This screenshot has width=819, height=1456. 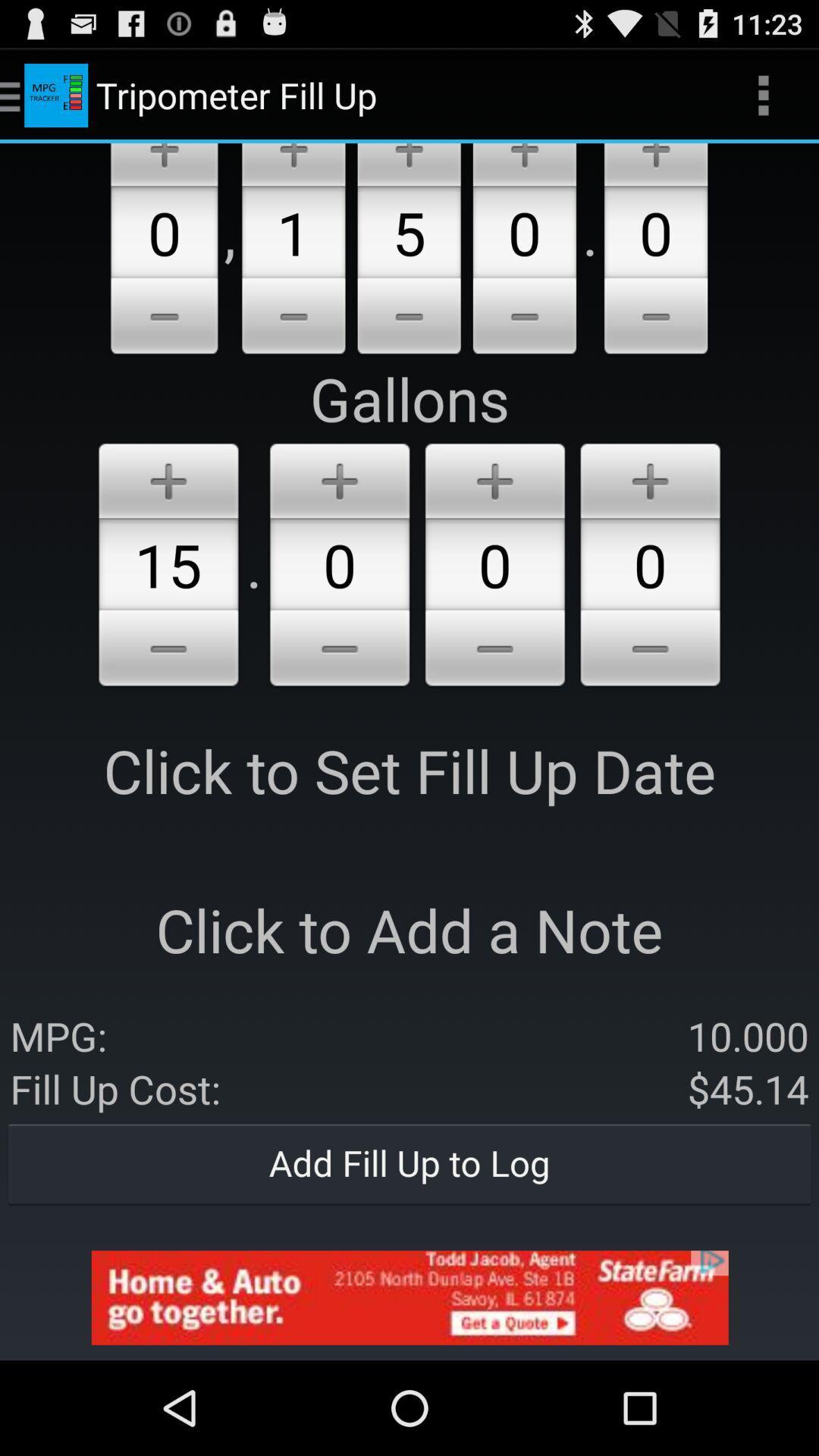 What do you see at coordinates (408, 165) in the screenshot?
I see `to the selection` at bounding box center [408, 165].